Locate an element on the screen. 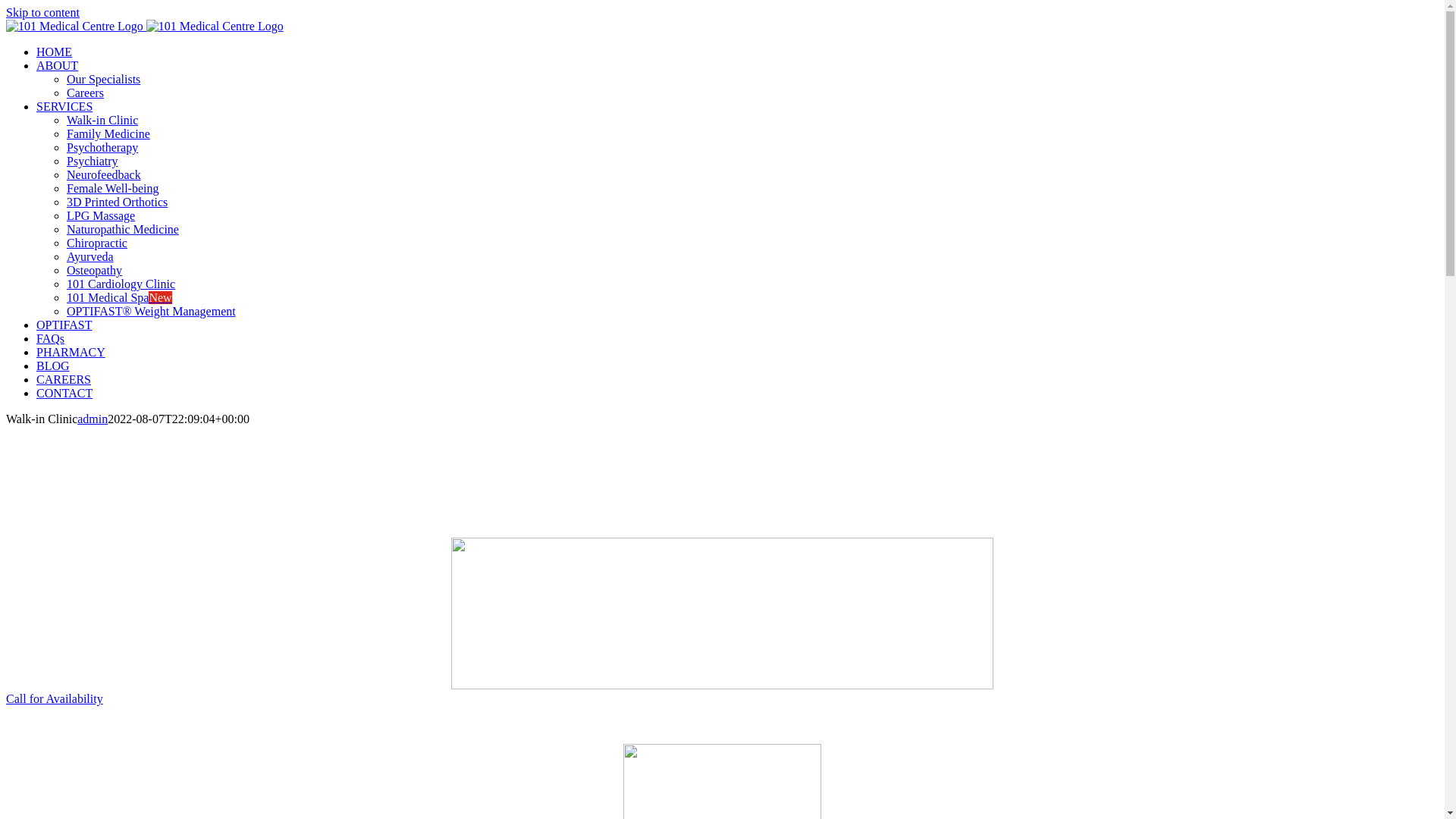 This screenshot has width=1456, height=819. 'FAQs' is located at coordinates (50, 337).